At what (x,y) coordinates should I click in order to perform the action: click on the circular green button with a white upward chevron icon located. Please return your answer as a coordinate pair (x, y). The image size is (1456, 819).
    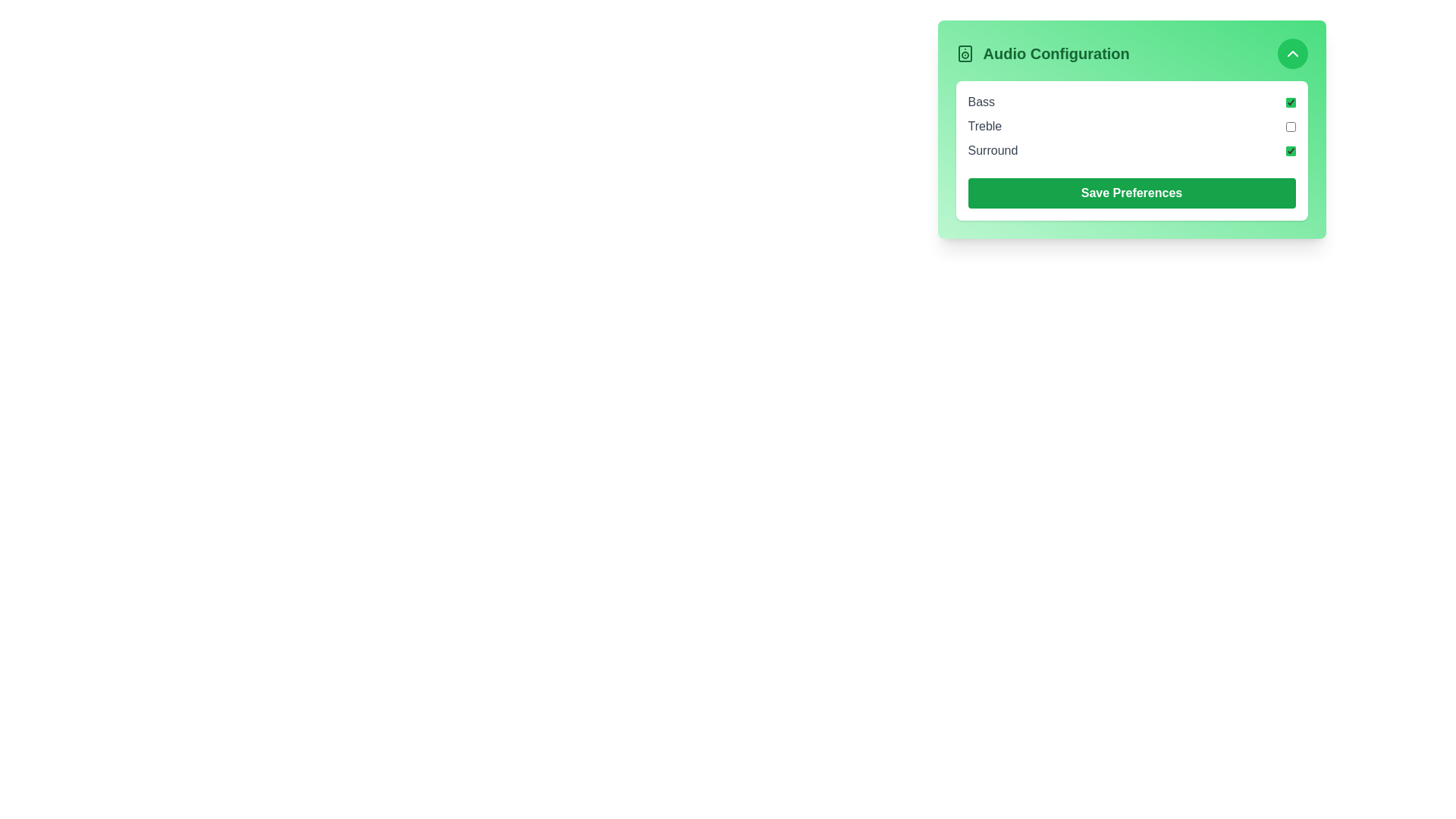
    Looking at the image, I should click on (1291, 52).